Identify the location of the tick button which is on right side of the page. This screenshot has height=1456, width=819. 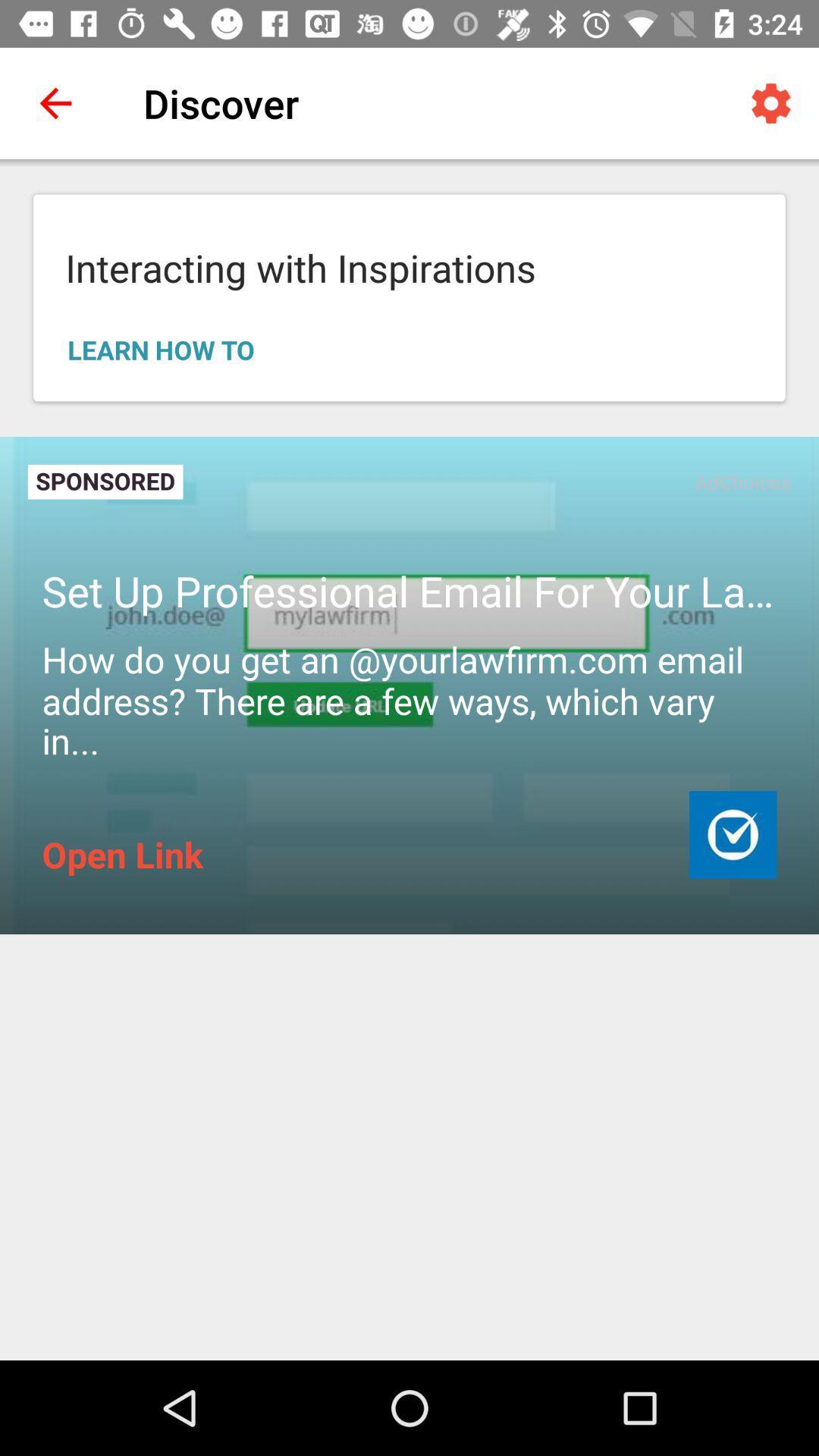
(733, 833).